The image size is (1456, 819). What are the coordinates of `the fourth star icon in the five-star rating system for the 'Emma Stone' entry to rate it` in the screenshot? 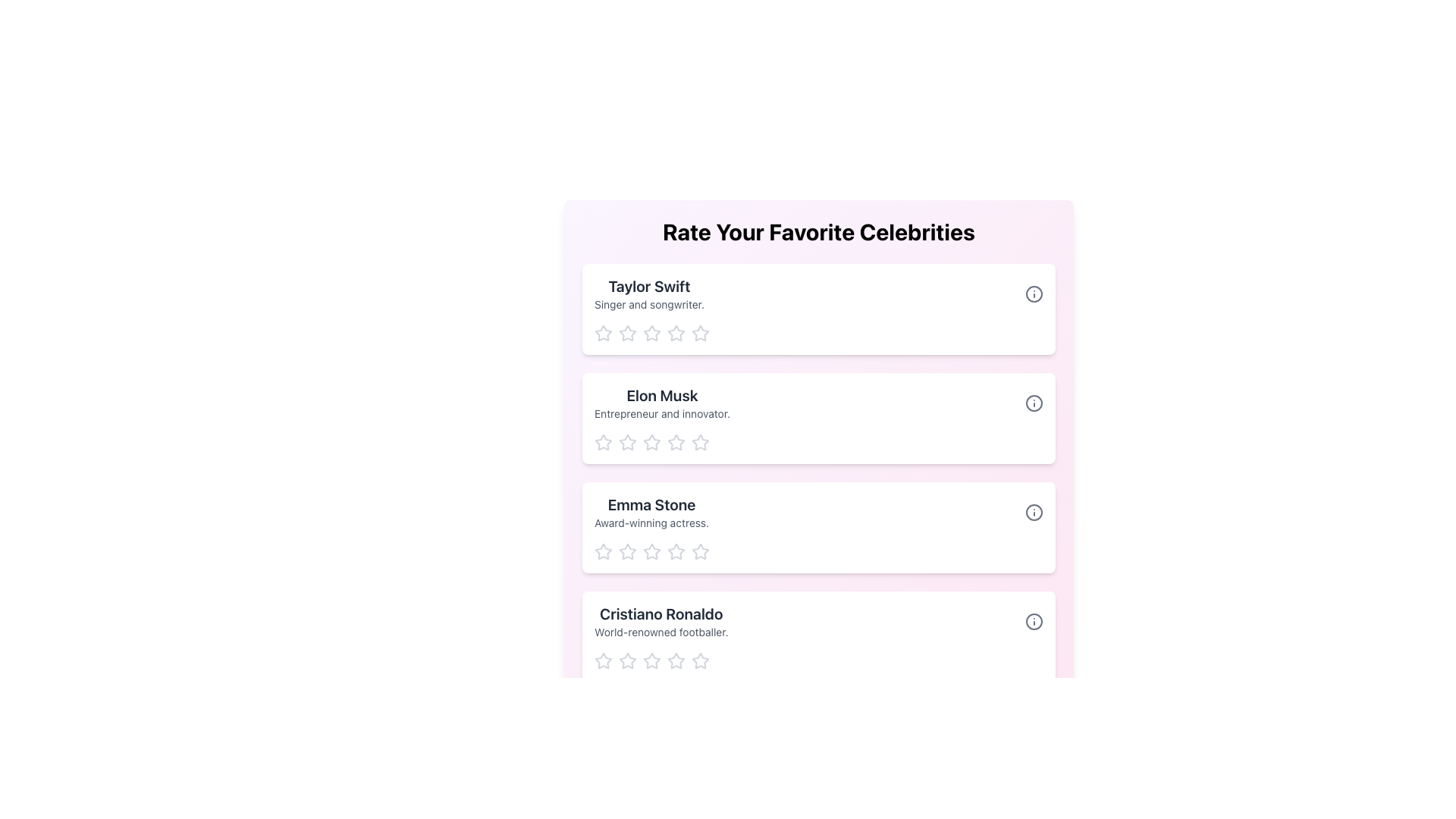 It's located at (676, 552).